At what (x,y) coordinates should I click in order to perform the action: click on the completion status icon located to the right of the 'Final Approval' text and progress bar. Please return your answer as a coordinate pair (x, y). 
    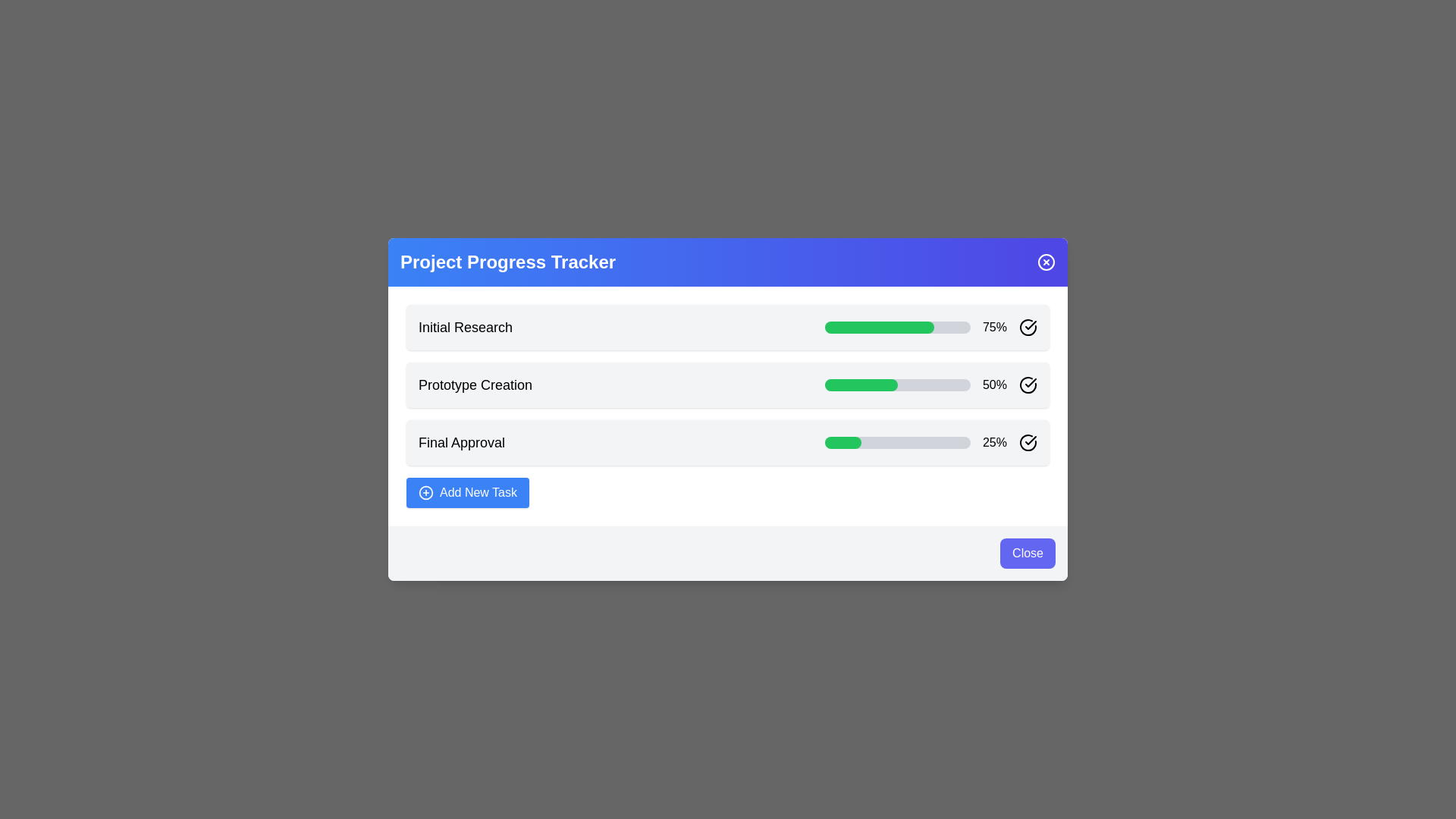
    Looking at the image, I should click on (1031, 382).